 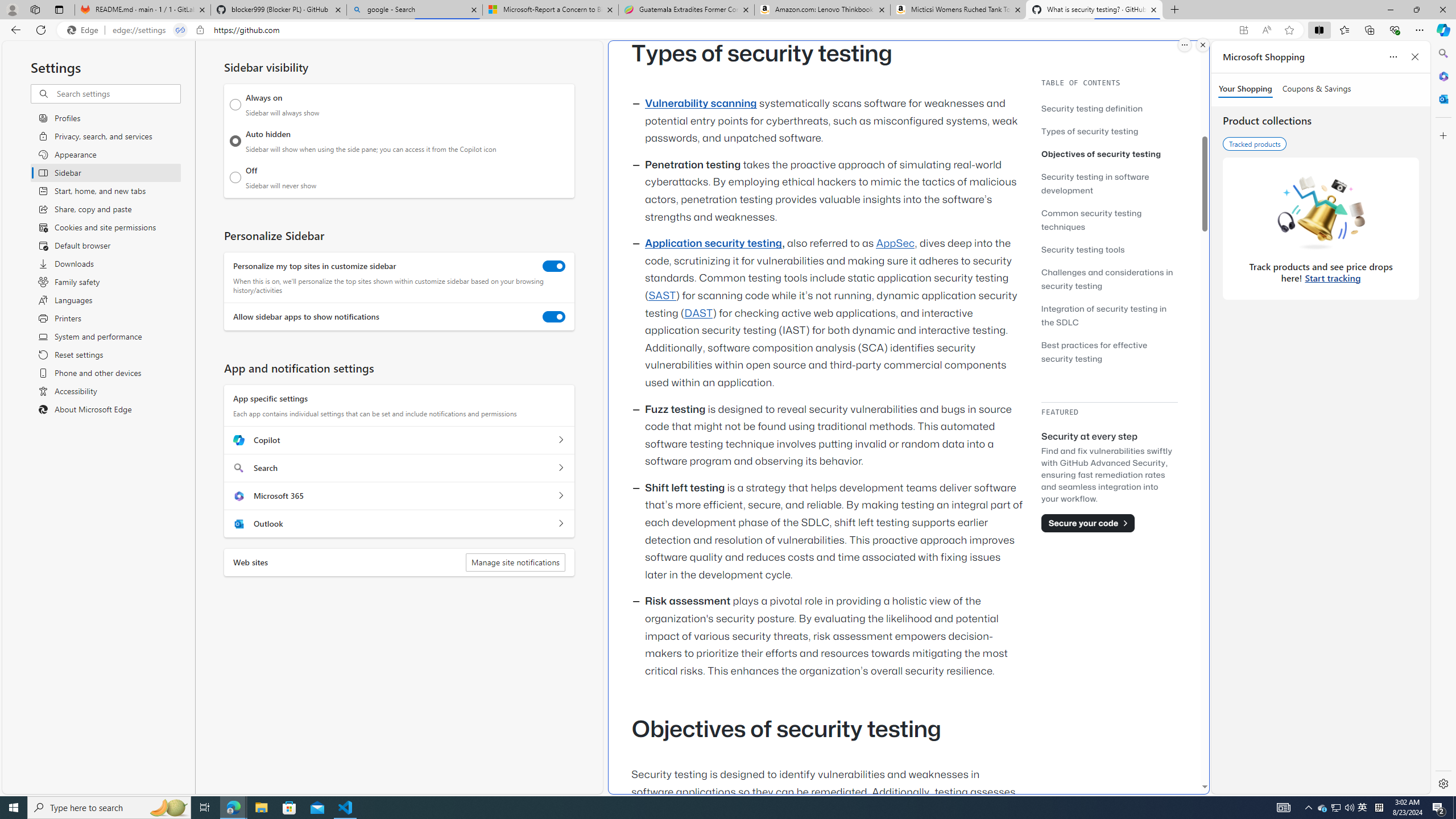 What do you see at coordinates (235, 177) in the screenshot?
I see `'Off Sidebar will never show'` at bounding box center [235, 177].